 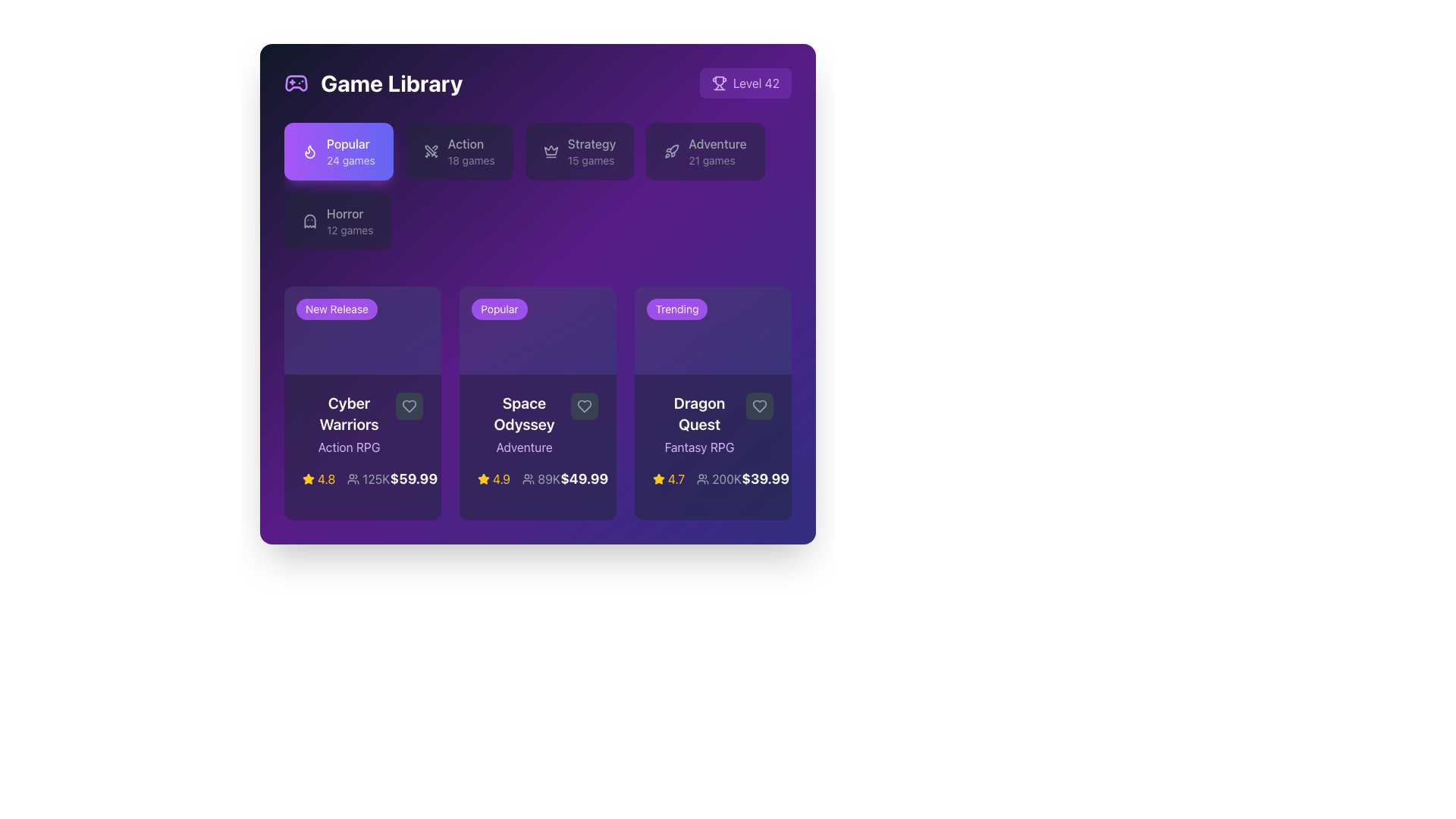 What do you see at coordinates (524, 447) in the screenshot?
I see `text content of the label that describes the genre or theme of the 'Space Odyssey' card, located underneath the header 'Space Odyssey' in the middle card of a three-card display section` at bounding box center [524, 447].